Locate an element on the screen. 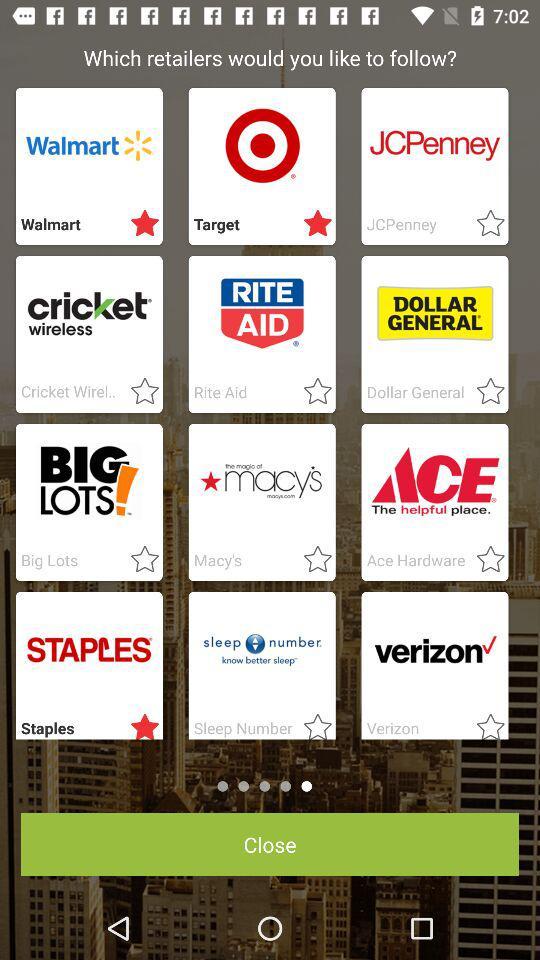  favorite is located at coordinates (483, 391).